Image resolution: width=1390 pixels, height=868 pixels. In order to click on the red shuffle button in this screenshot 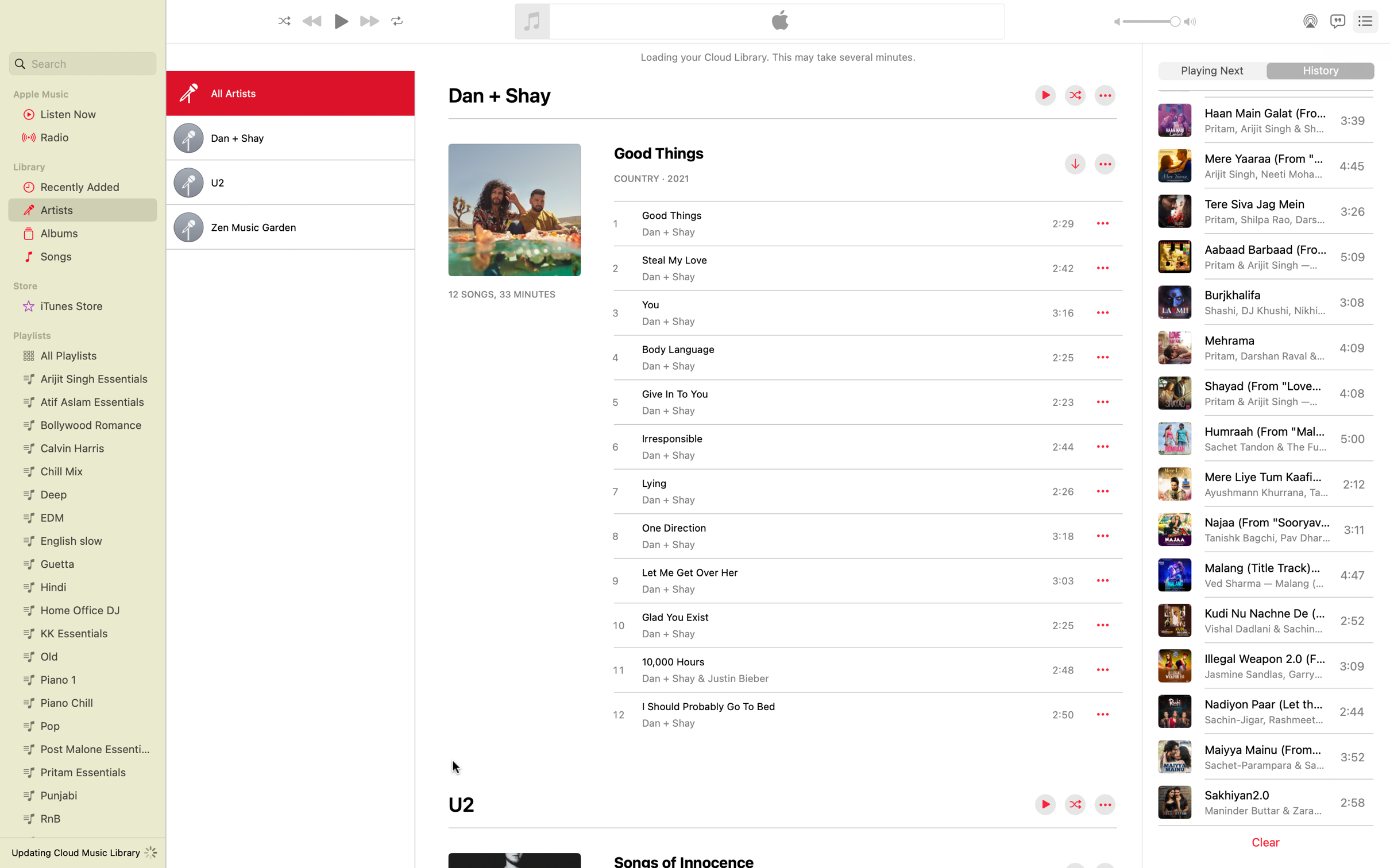, I will do `click(1075, 95)`.